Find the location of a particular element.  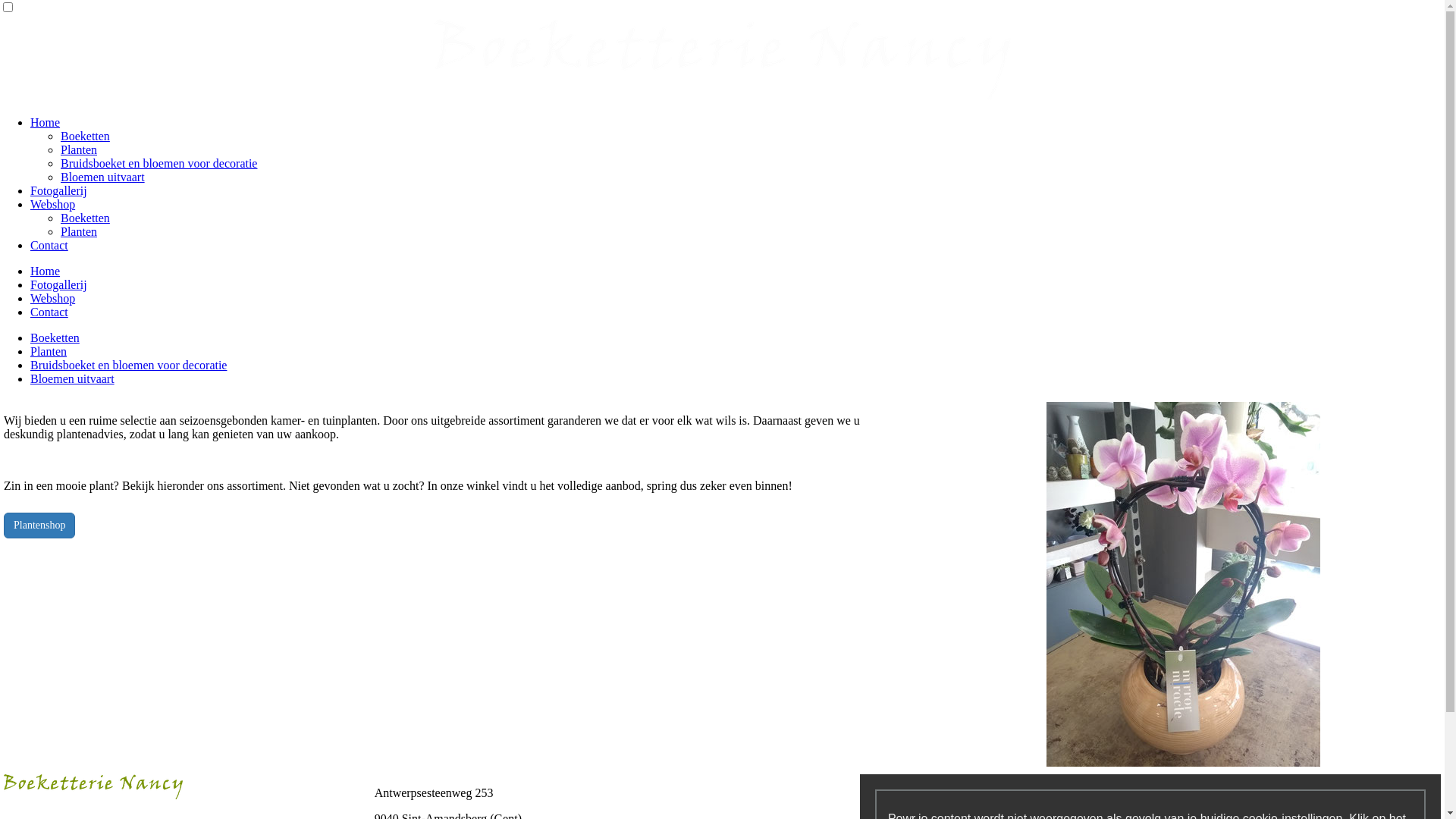

'Bruidsboeket en bloemen voor decoratie' is located at coordinates (158, 163).